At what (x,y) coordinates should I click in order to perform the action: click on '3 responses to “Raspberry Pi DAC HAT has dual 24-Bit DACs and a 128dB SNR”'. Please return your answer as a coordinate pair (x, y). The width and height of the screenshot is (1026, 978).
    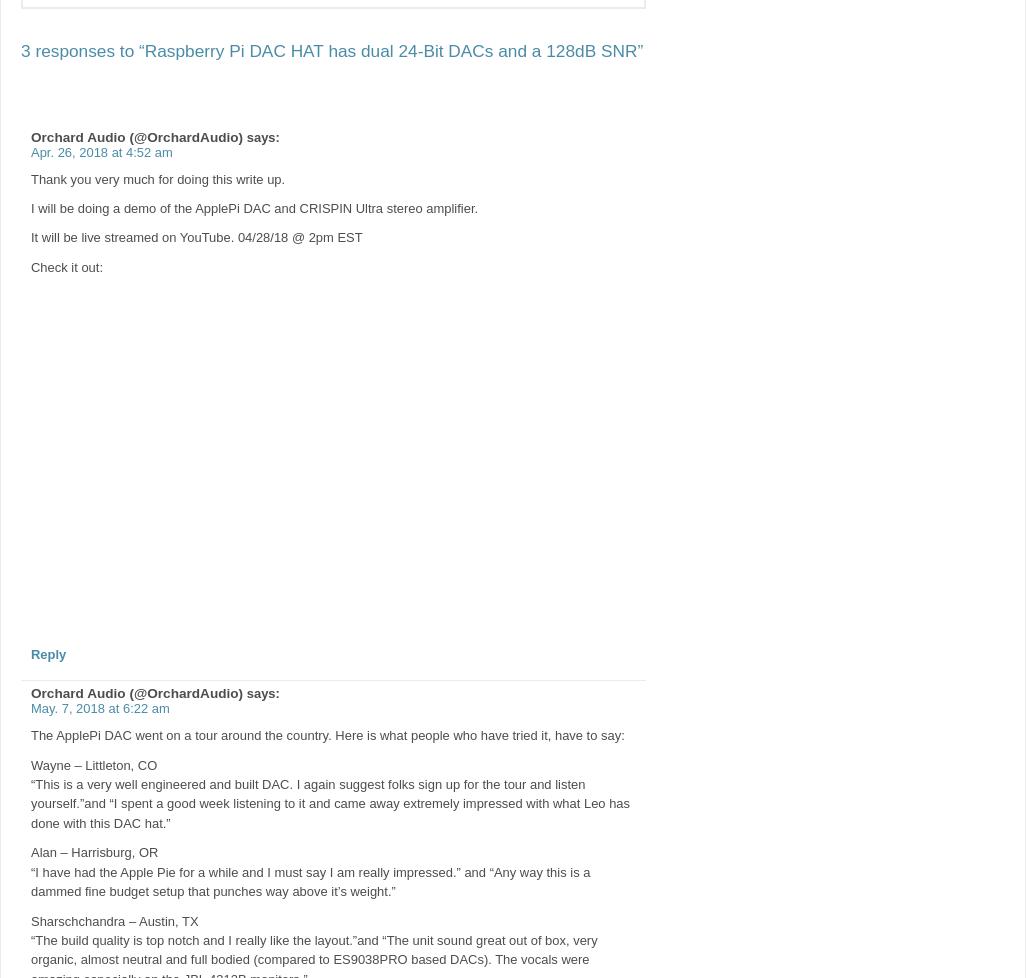
    Looking at the image, I should click on (332, 49).